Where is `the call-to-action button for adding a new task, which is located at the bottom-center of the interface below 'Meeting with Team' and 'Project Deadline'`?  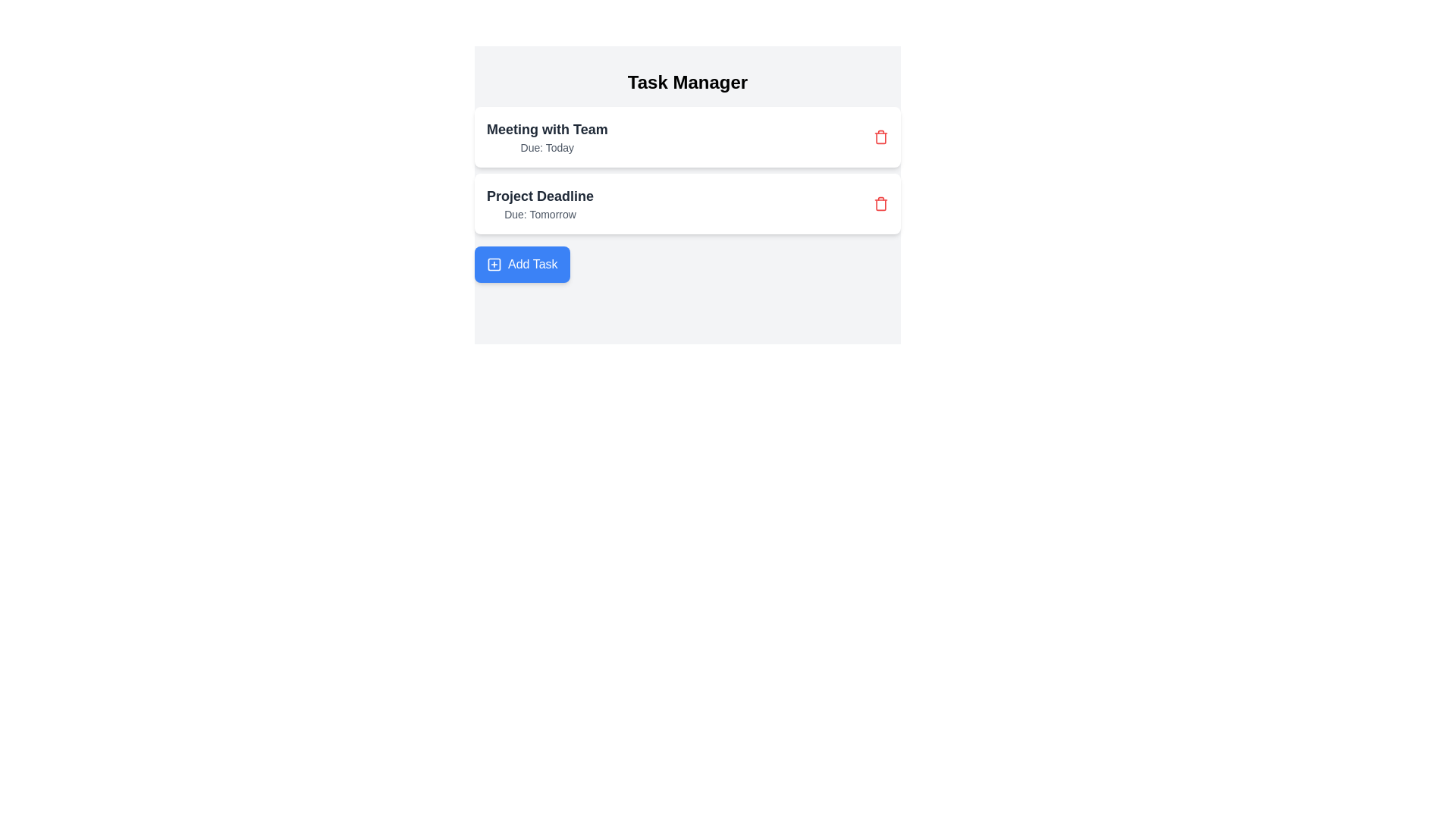 the call-to-action button for adding a new task, which is located at the bottom-center of the interface below 'Meeting with Team' and 'Project Deadline' is located at coordinates (522, 263).